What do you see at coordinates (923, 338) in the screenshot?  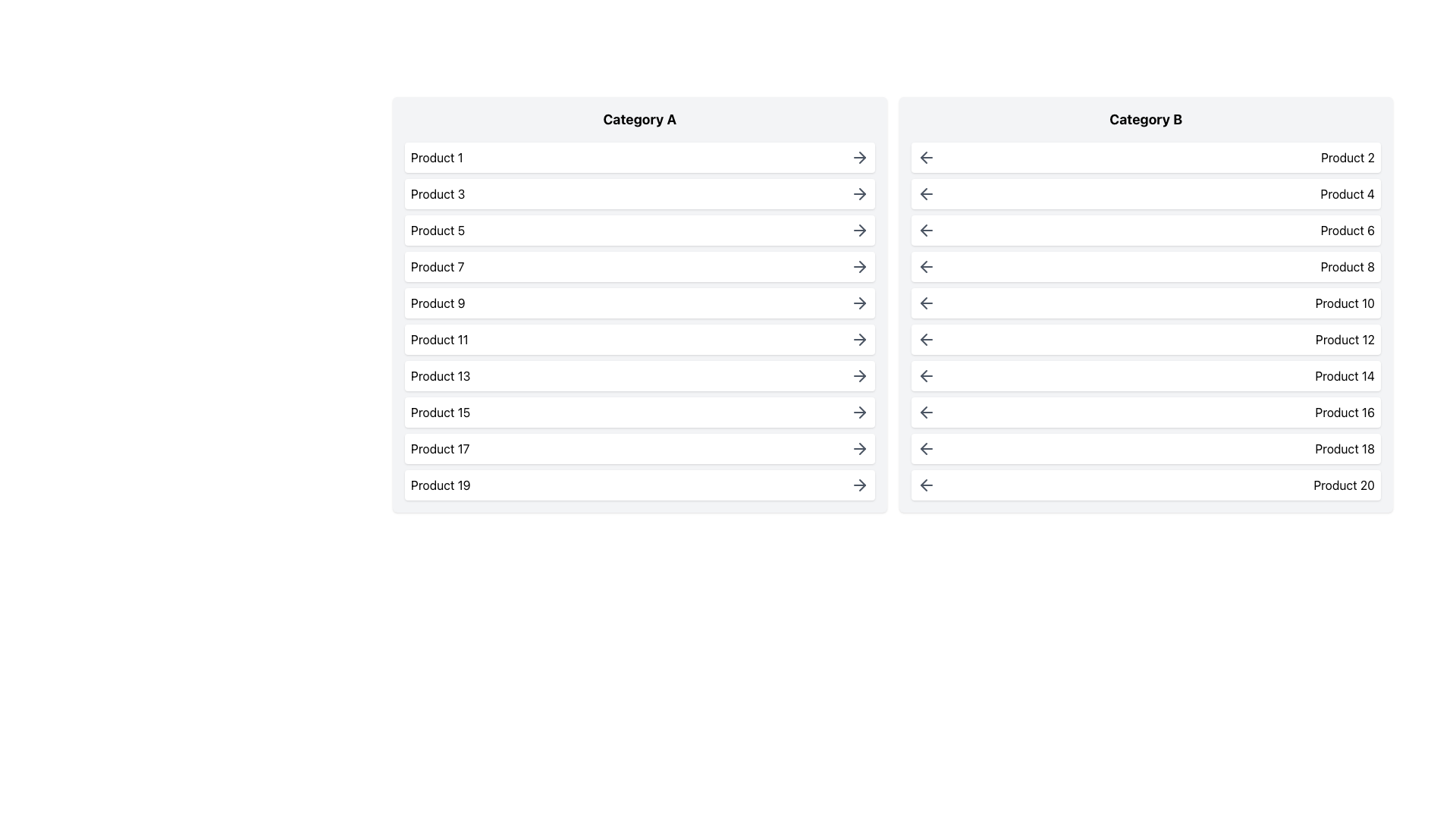 I see `the navigational icon for Product 12 under Category B` at bounding box center [923, 338].